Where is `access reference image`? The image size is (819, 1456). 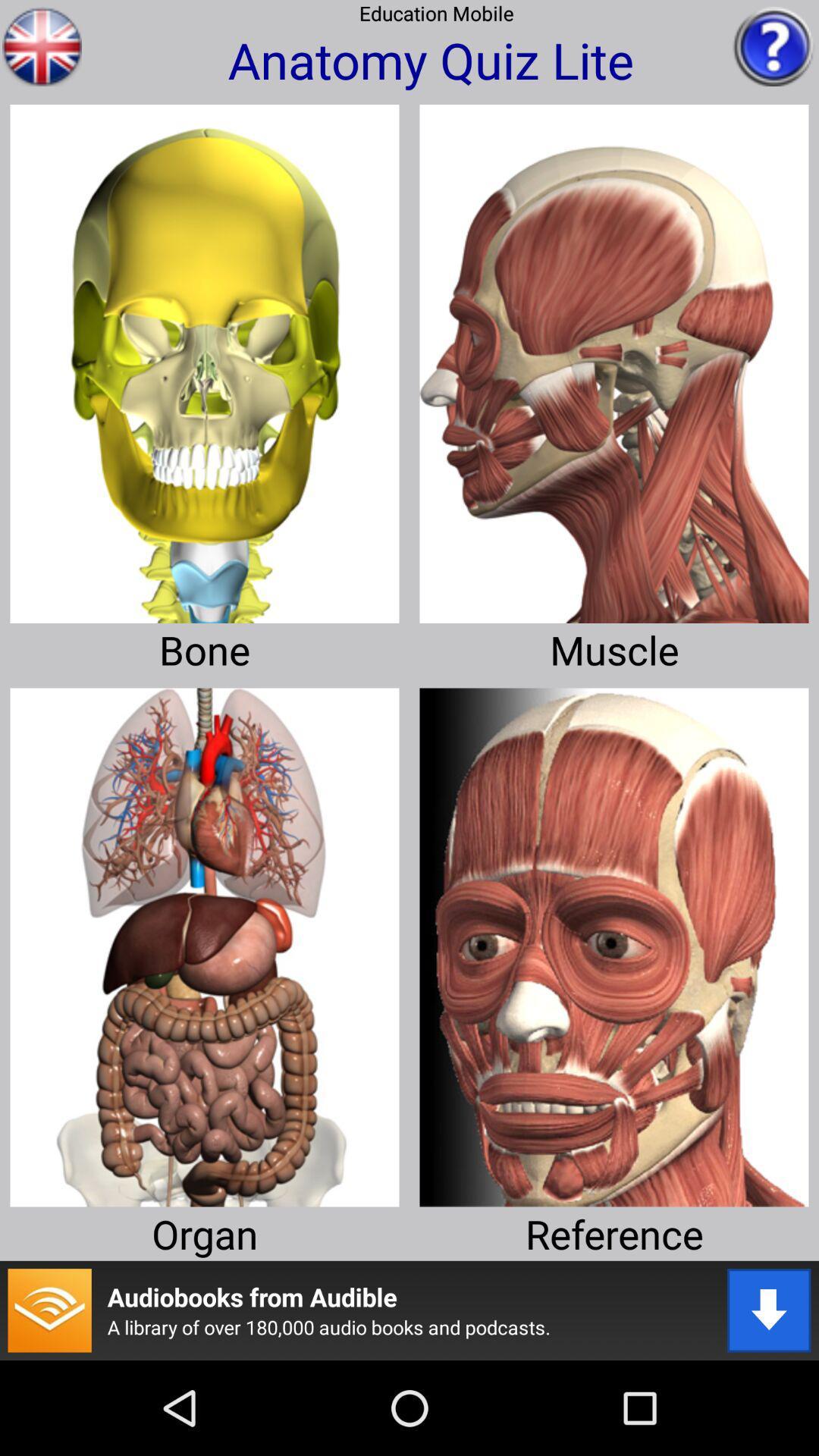 access reference image is located at coordinates (614, 941).